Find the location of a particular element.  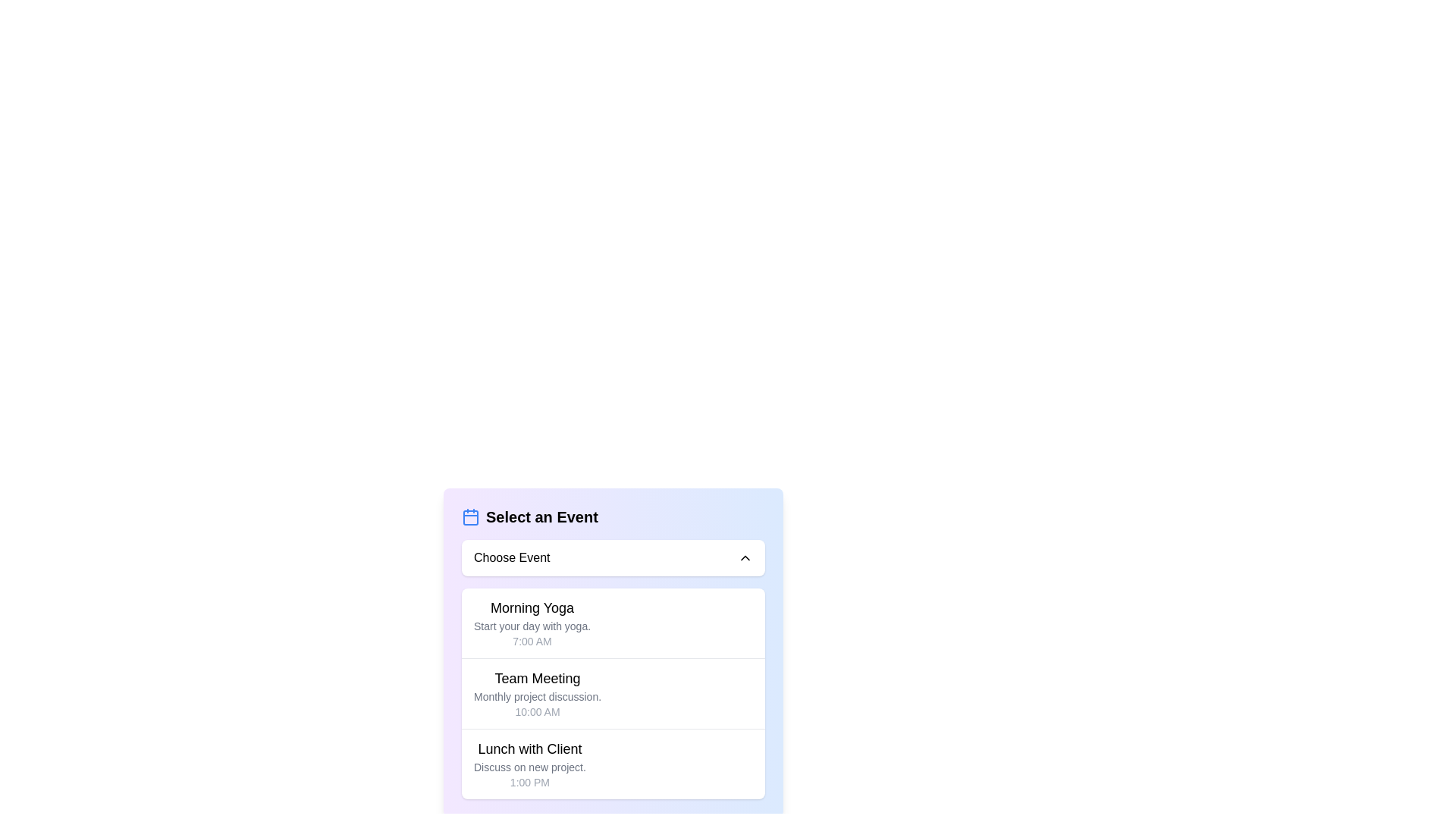

the text label displaying 'Morning Yoga', which is styled in bold and larger font, located at the top of a list of event items in a dropdown area is located at coordinates (532, 607).